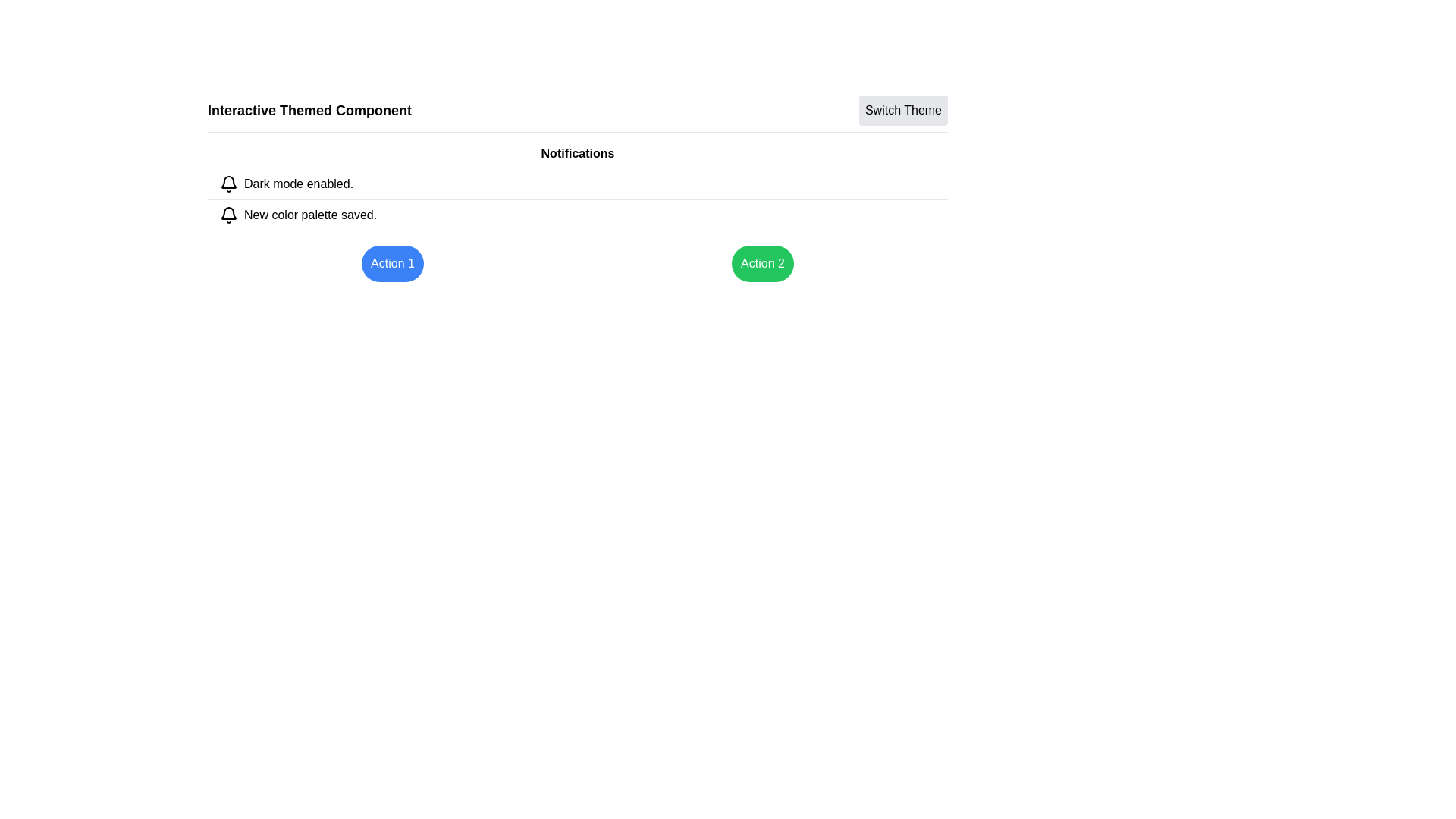 This screenshot has width=1456, height=819. I want to click on the static text label displaying 'Interactive Themed Component' which is styled in bold black typography against a white background, located near the upper-left region of the interface, so click(309, 110).